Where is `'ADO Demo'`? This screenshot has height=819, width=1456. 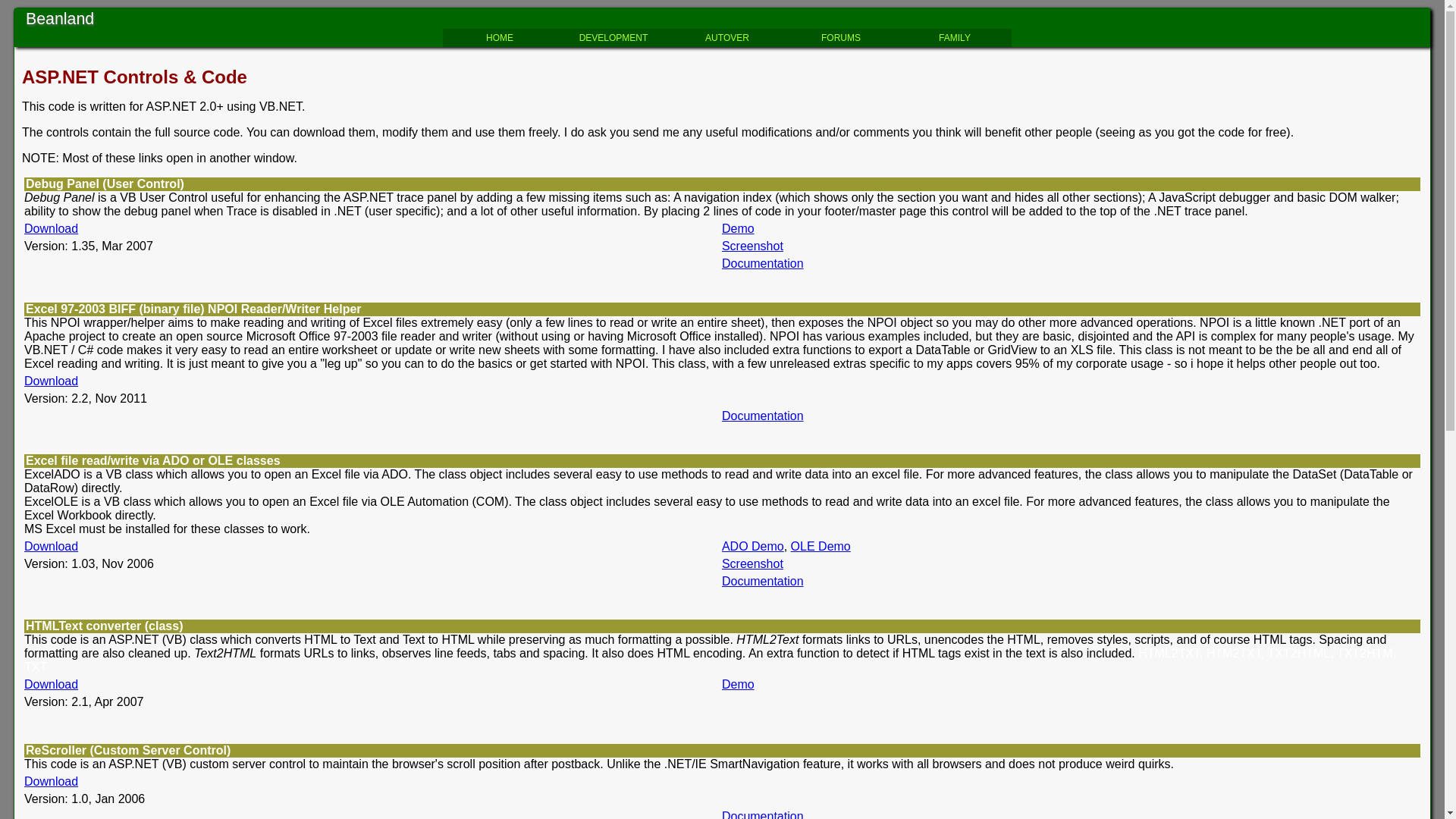
'ADO Demo' is located at coordinates (753, 546).